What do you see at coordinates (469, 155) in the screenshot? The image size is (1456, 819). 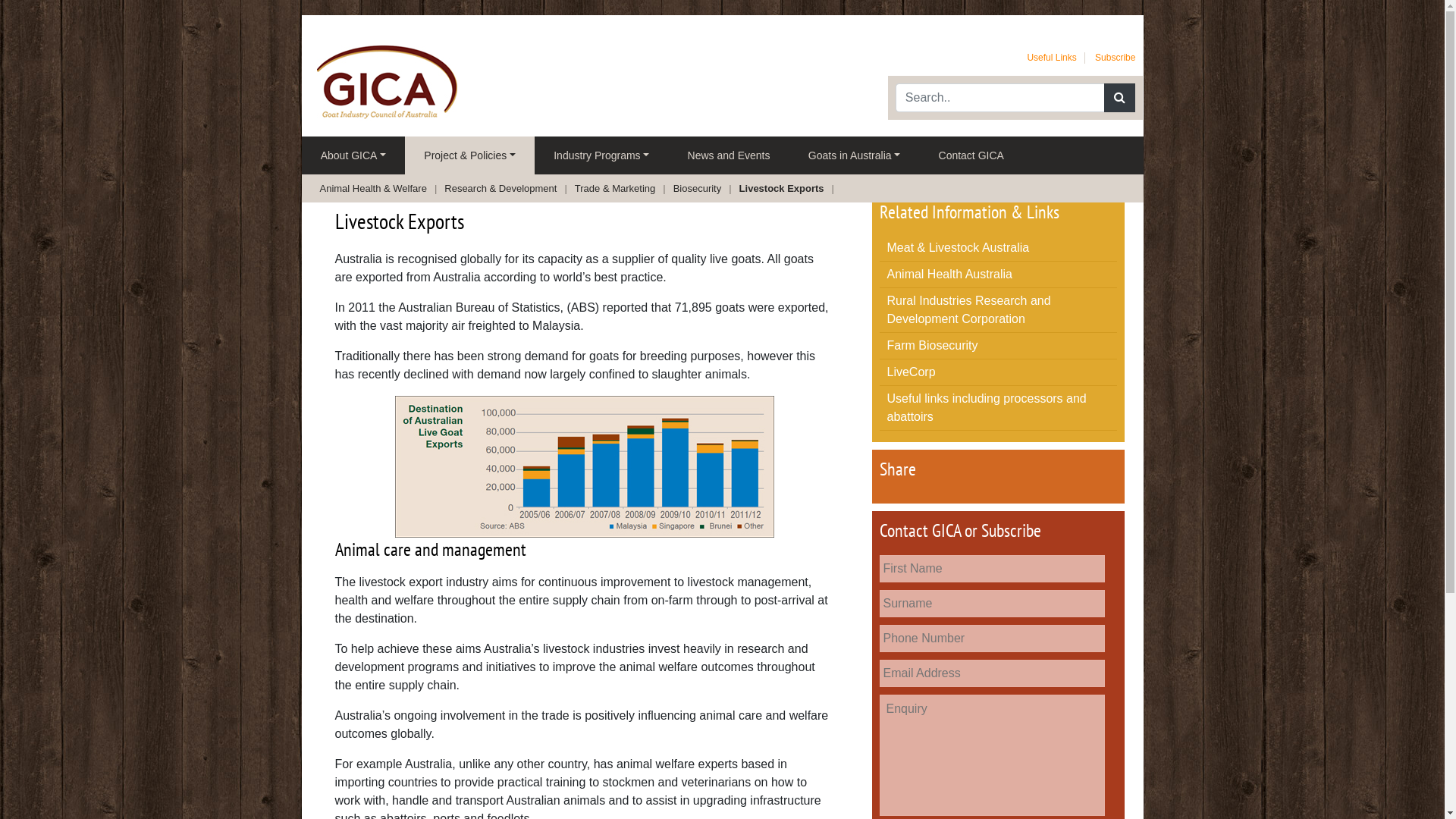 I see `'Project & Policies'` at bounding box center [469, 155].